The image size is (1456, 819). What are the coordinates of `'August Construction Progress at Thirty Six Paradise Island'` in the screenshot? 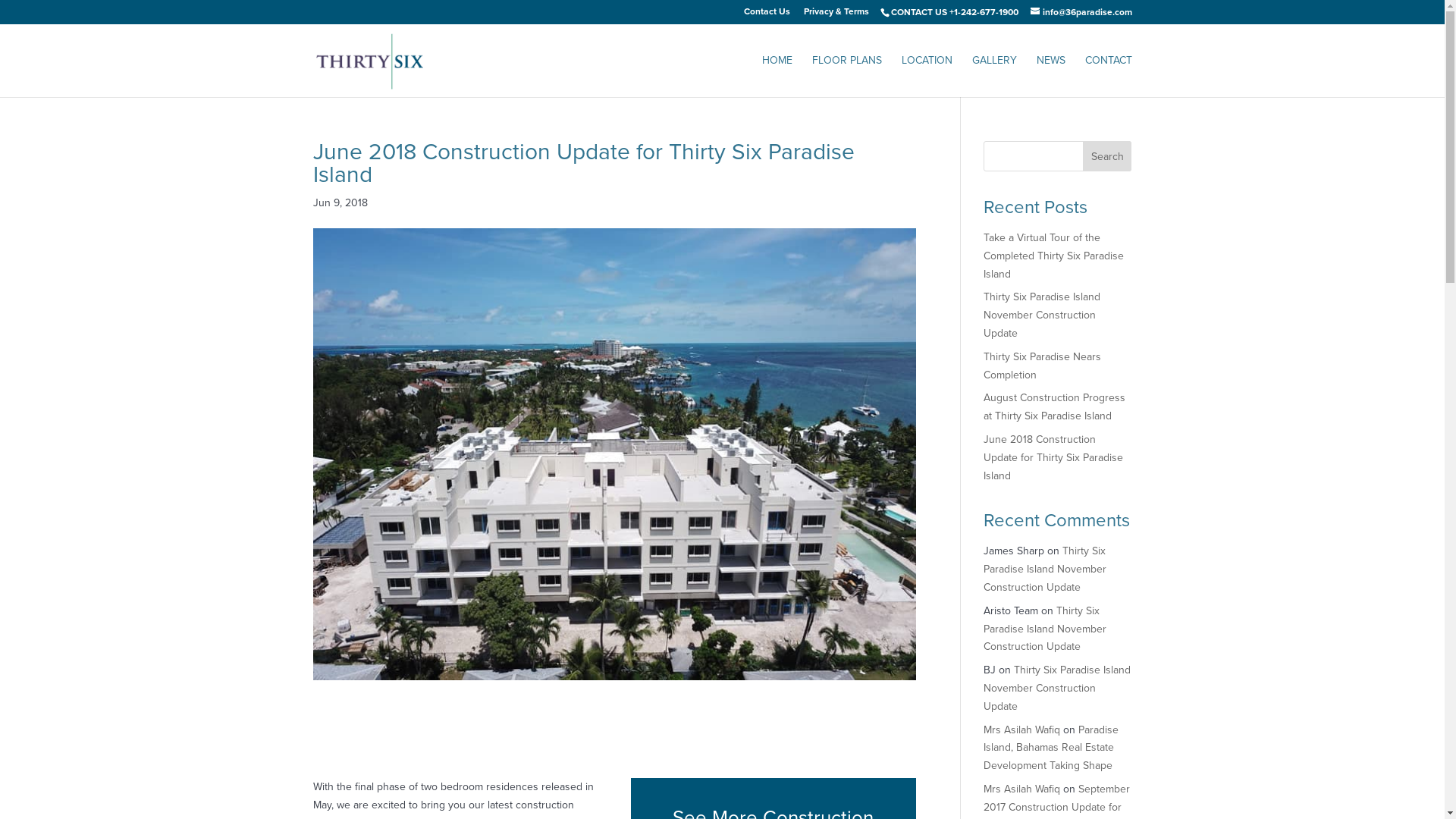 It's located at (1053, 406).